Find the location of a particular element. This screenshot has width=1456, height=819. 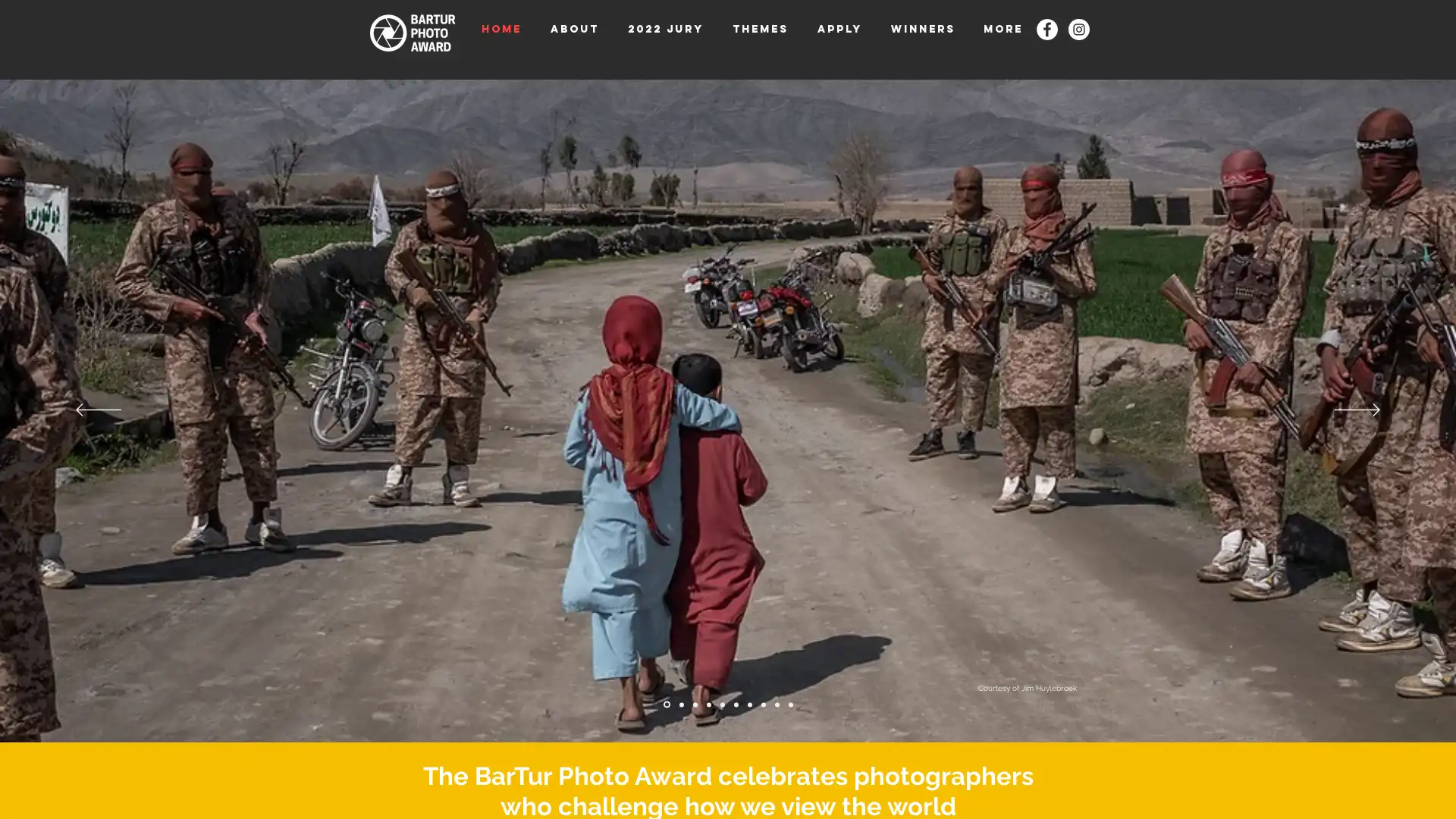

Next is located at coordinates (1357, 410).